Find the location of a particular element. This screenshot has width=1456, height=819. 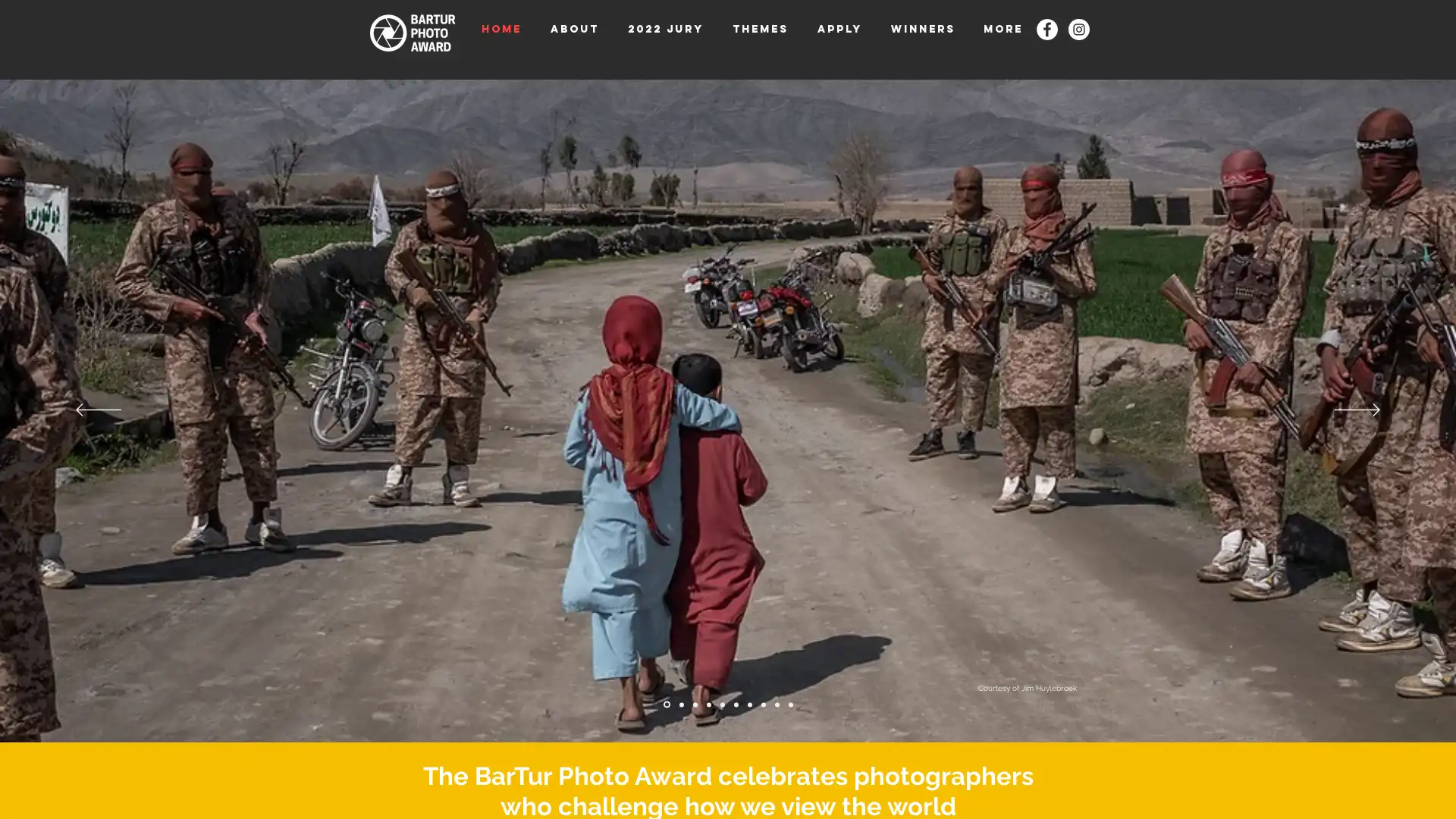

Next is located at coordinates (1357, 410).